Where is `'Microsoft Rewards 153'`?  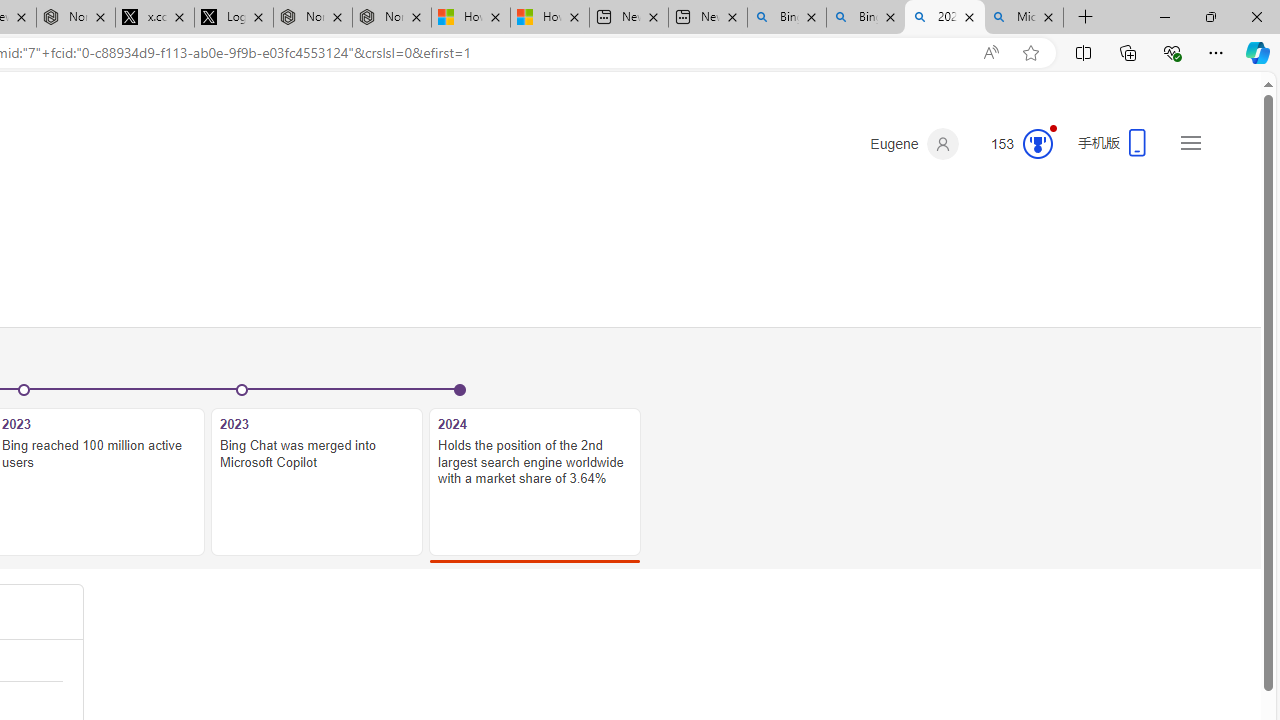 'Microsoft Rewards 153' is located at coordinates (1014, 143).